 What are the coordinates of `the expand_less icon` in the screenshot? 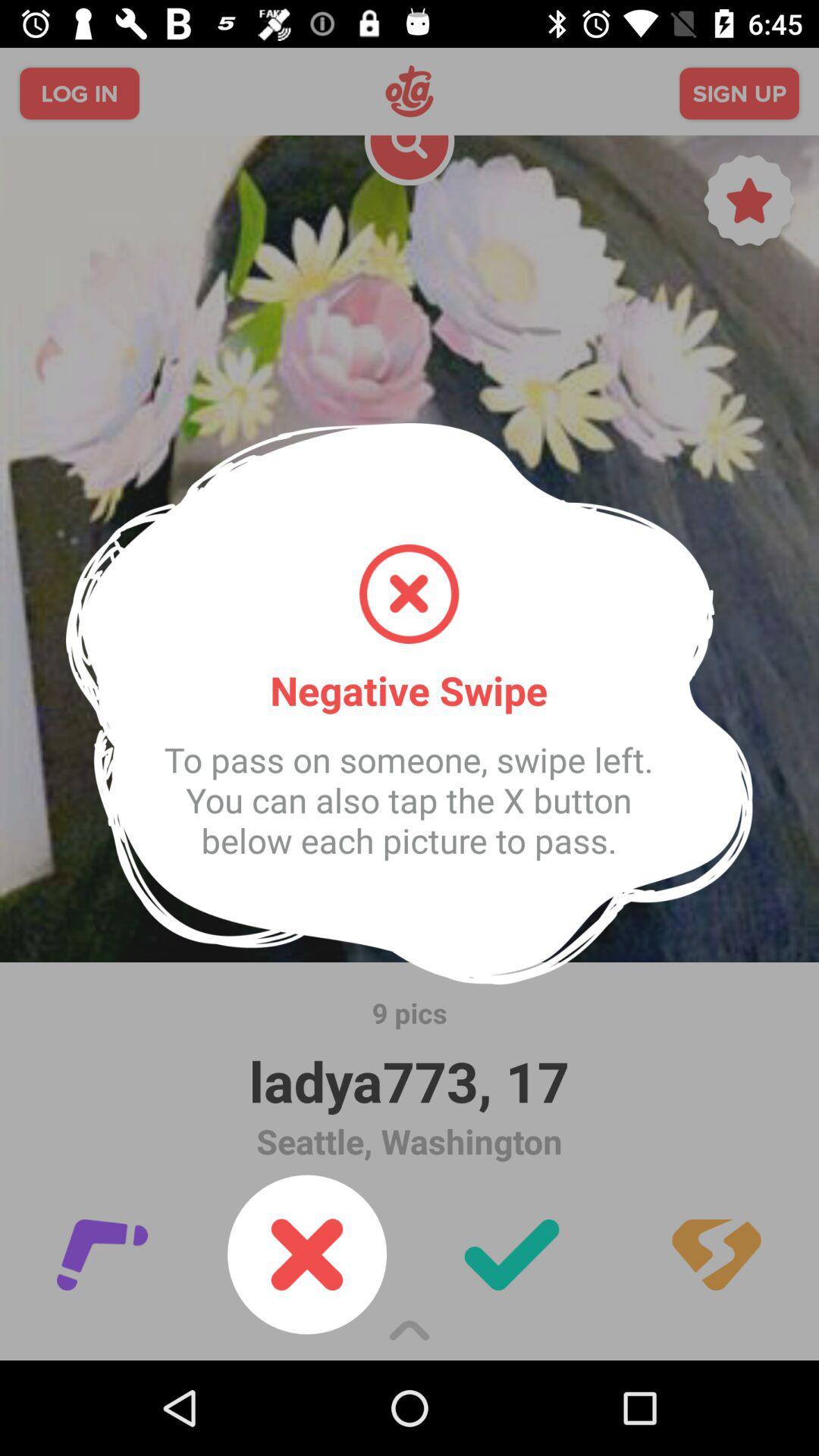 It's located at (409, 1329).